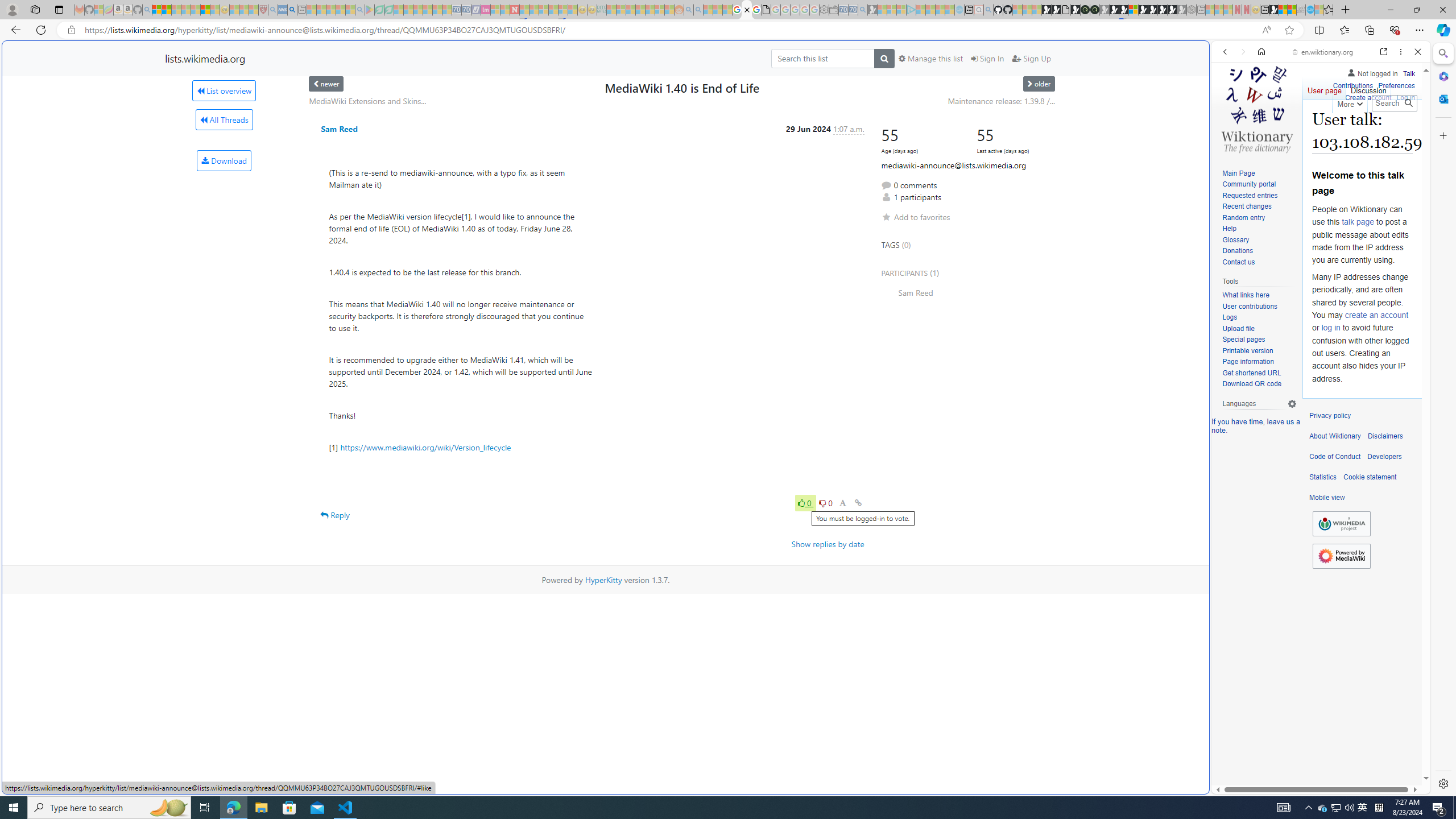  I want to click on 'Contributions', so click(1352, 85).